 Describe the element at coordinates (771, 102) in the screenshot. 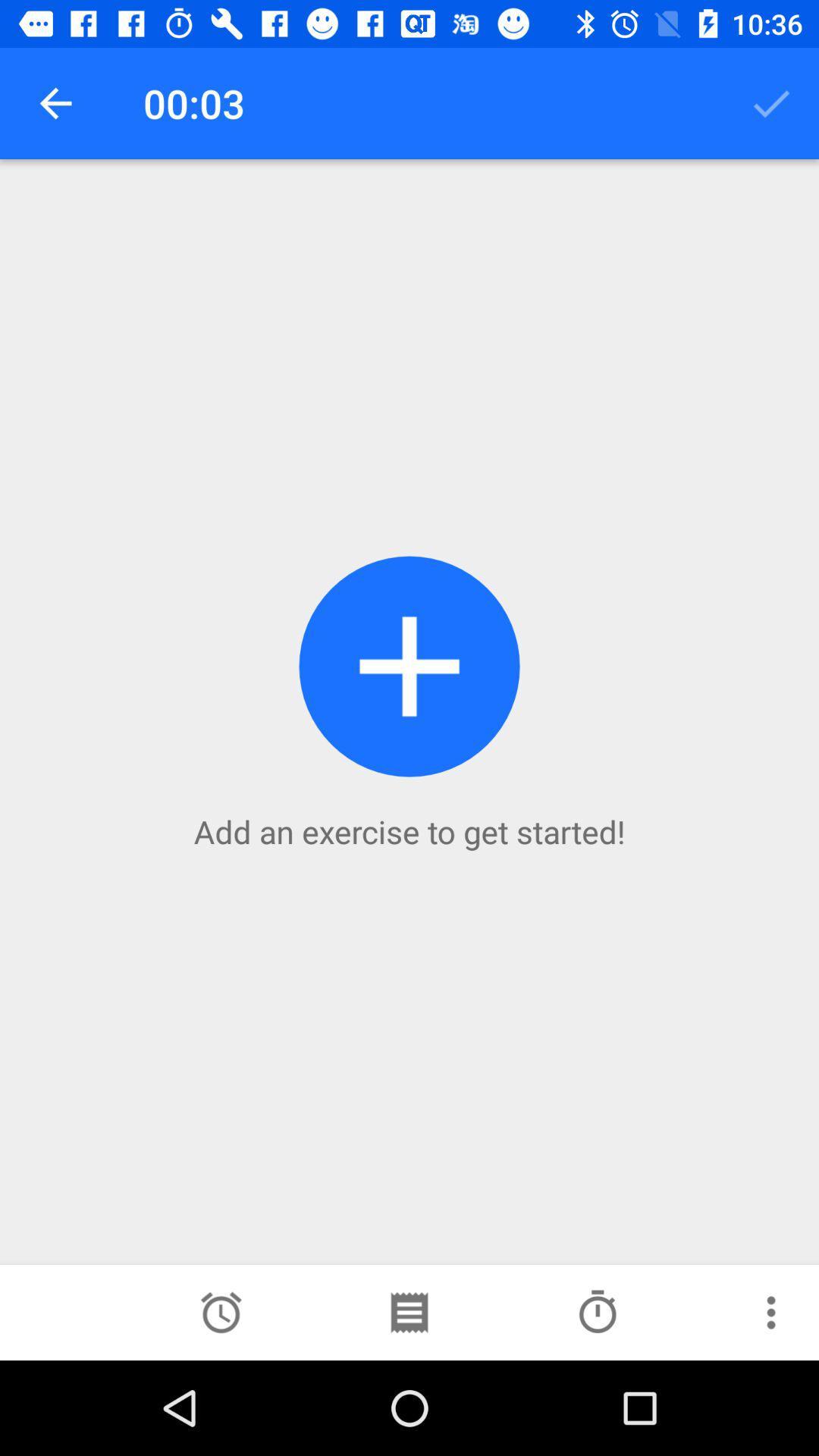

I see `the icon to the right of the 00:03 item` at that location.